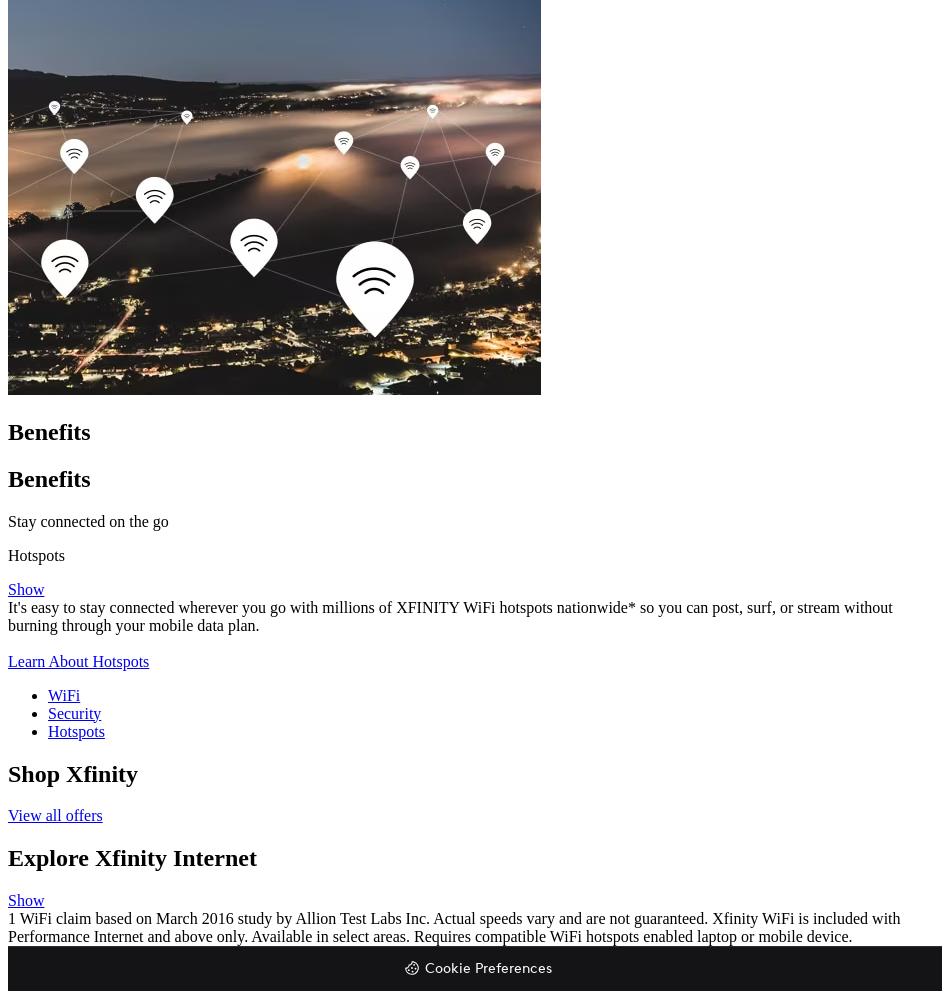 This screenshot has height=995, width=950. I want to click on 'It's easy to stay connected wherever you go with millions of XFINITY WiFi hotspots nationwide* so you can post, surf, or stream without burning through your mobile data plan.', so click(449, 615).